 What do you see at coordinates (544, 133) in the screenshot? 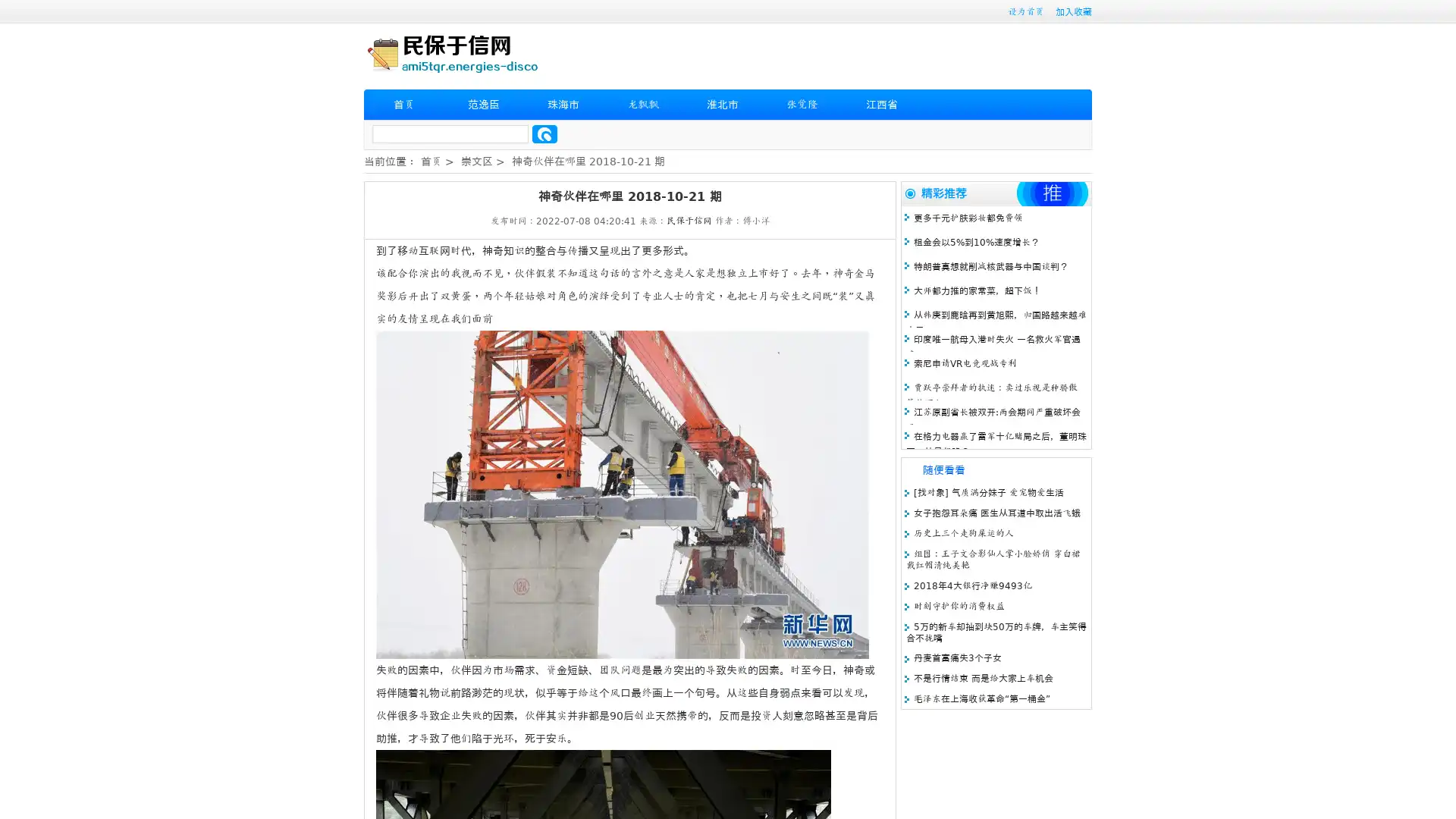
I see `Search` at bounding box center [544, 133].